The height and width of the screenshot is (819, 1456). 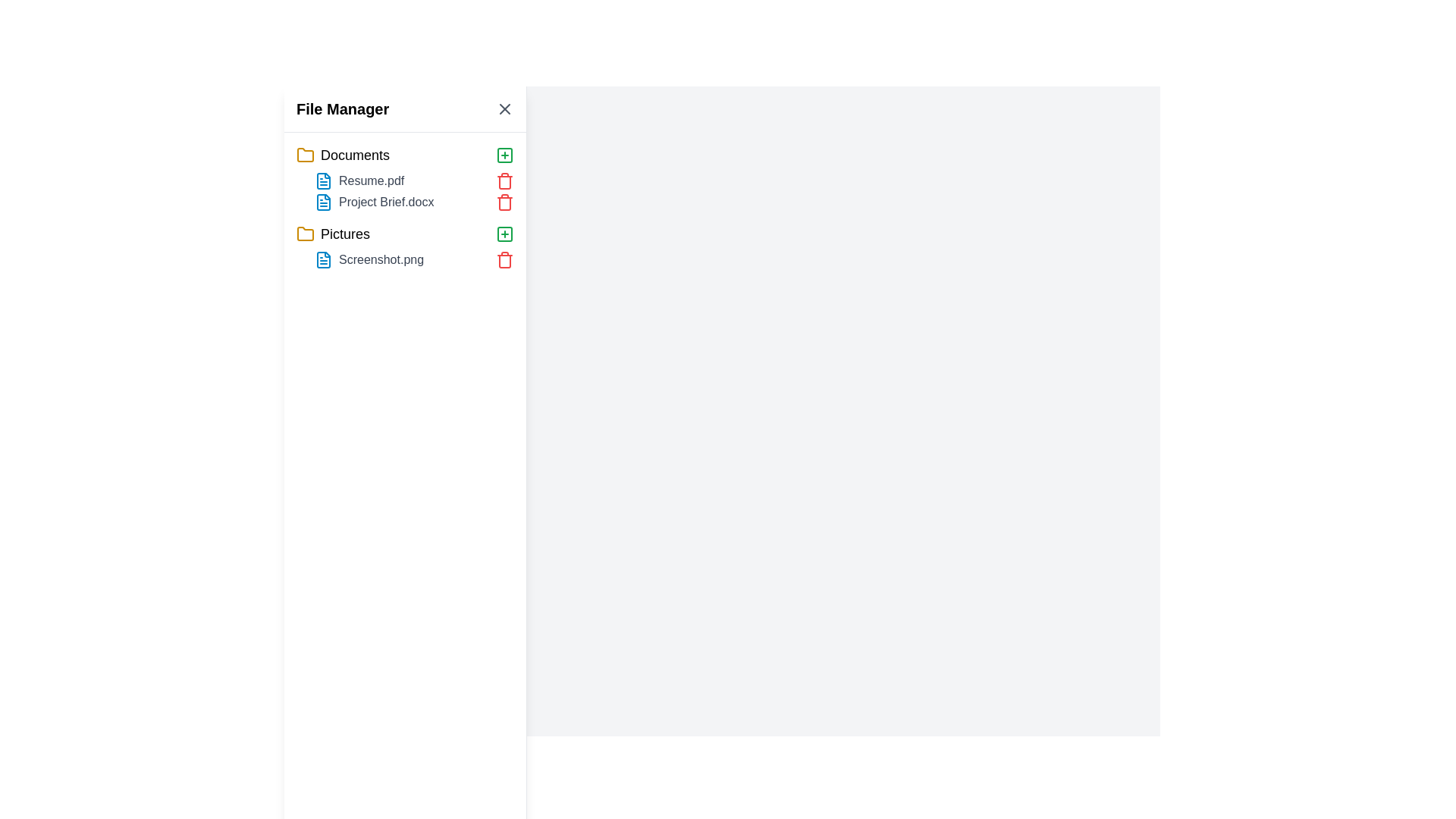 What do you see at coordinates (381, 259) in the screenshot?
I see `the static text label representing the name of a file in the 'Pictures' folder in the file manager, located between a file icon and a red trash icon` at bounding box center [381, 259].